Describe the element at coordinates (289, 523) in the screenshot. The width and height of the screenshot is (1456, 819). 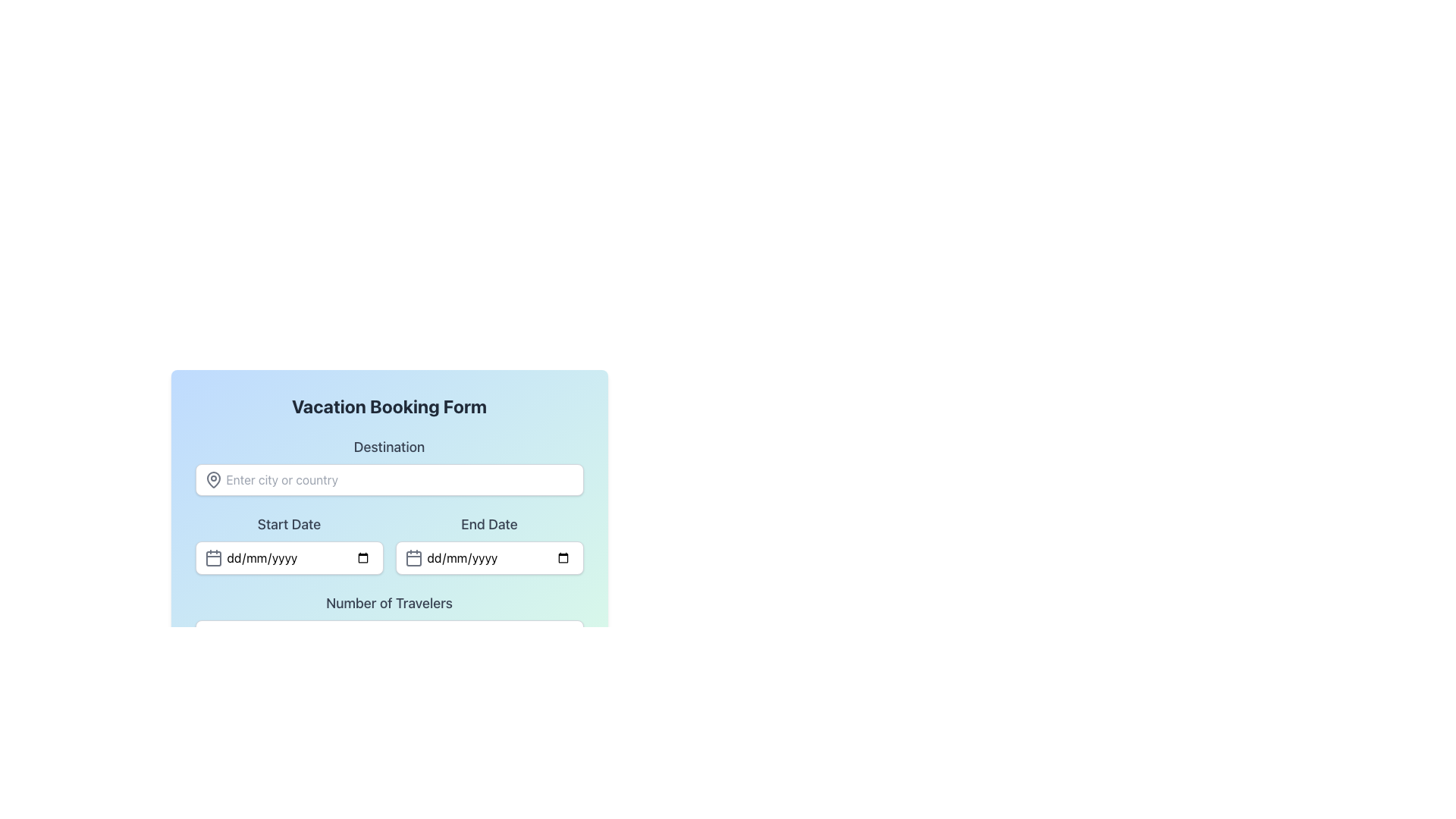
I see `the 'Start Date' text label, which is styled in bold dark gray and located in the middle section of the 'Vacation Booking Form', to the left of the 'End Date' label` at that location.